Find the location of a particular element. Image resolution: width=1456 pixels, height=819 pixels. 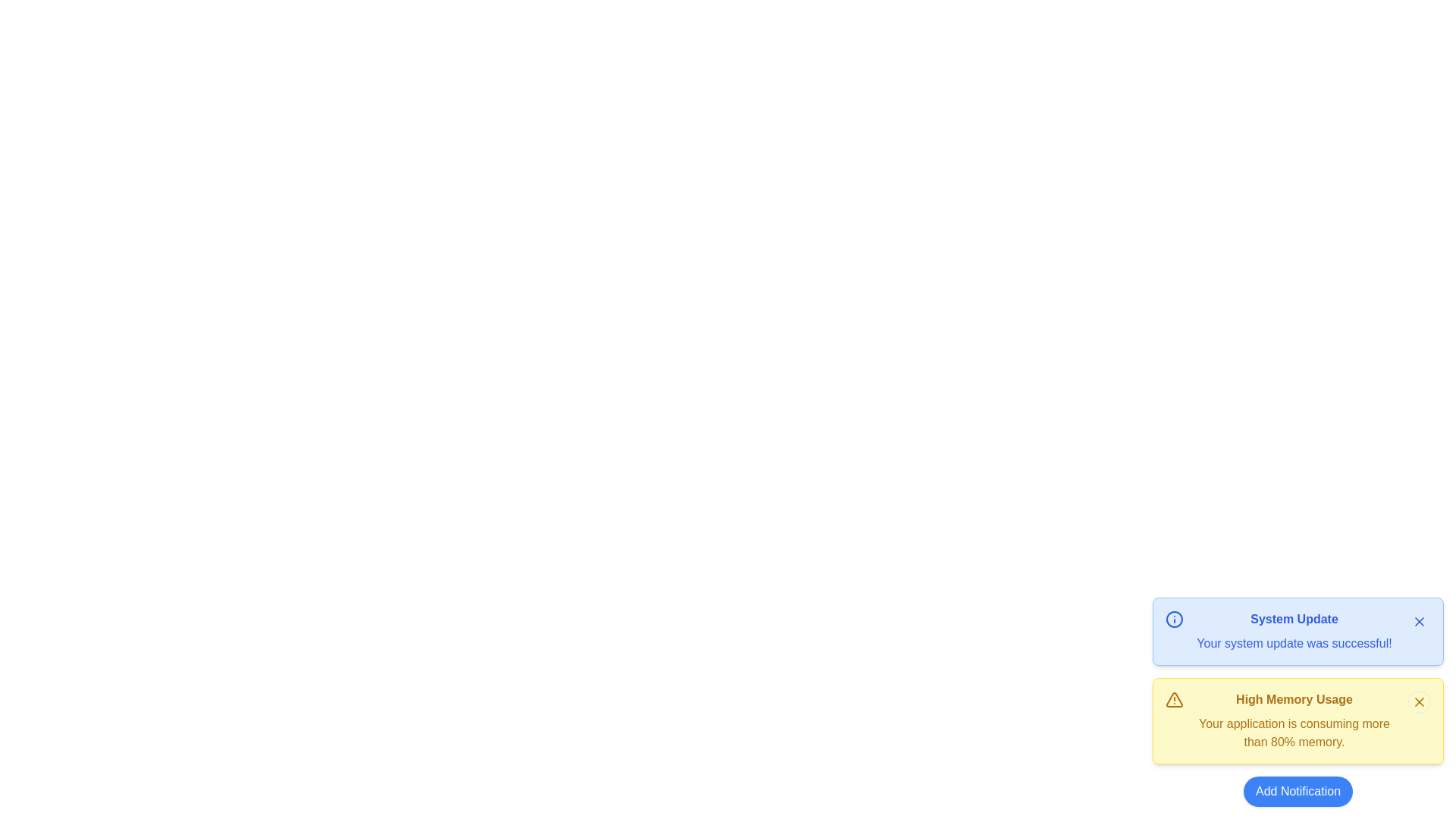

the title and main message area of the notification card that informs the user about the success of a system update, located at the center of the blue notification card is located at coordinates (1294, 632).